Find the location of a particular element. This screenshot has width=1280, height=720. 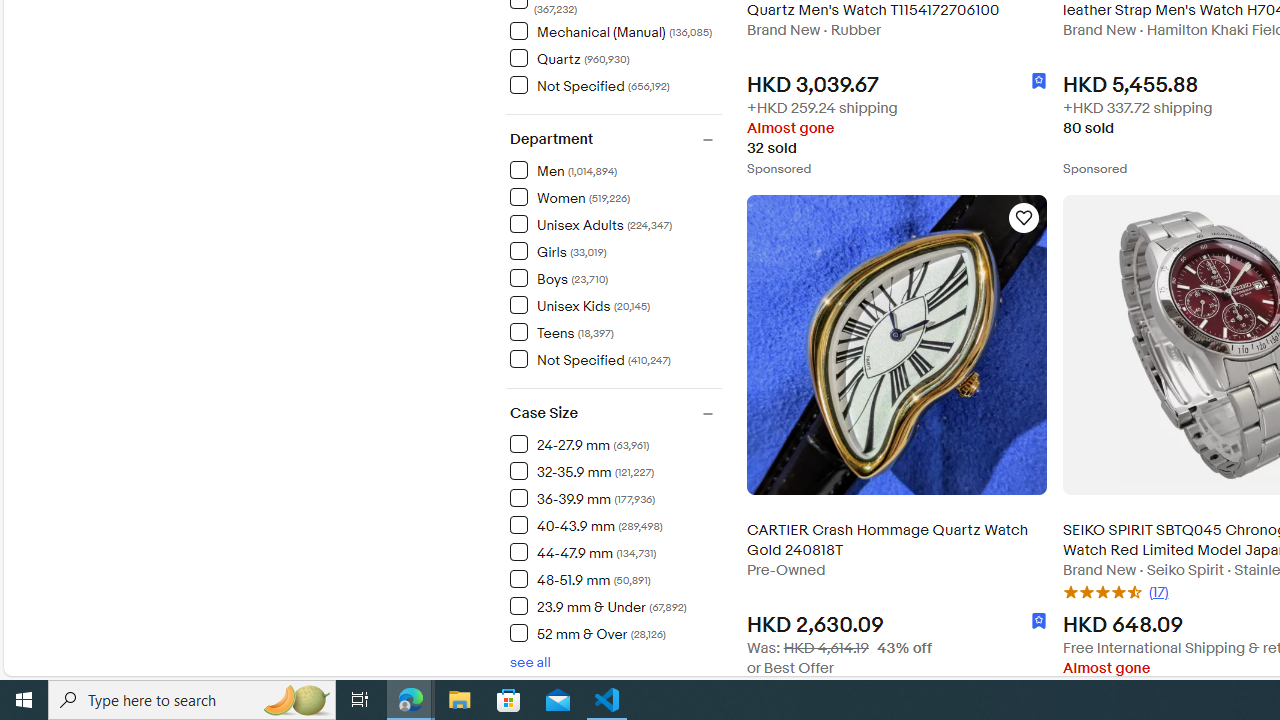

'52 mm & Over (28,126) Items' is located at coordinates (586, 633).